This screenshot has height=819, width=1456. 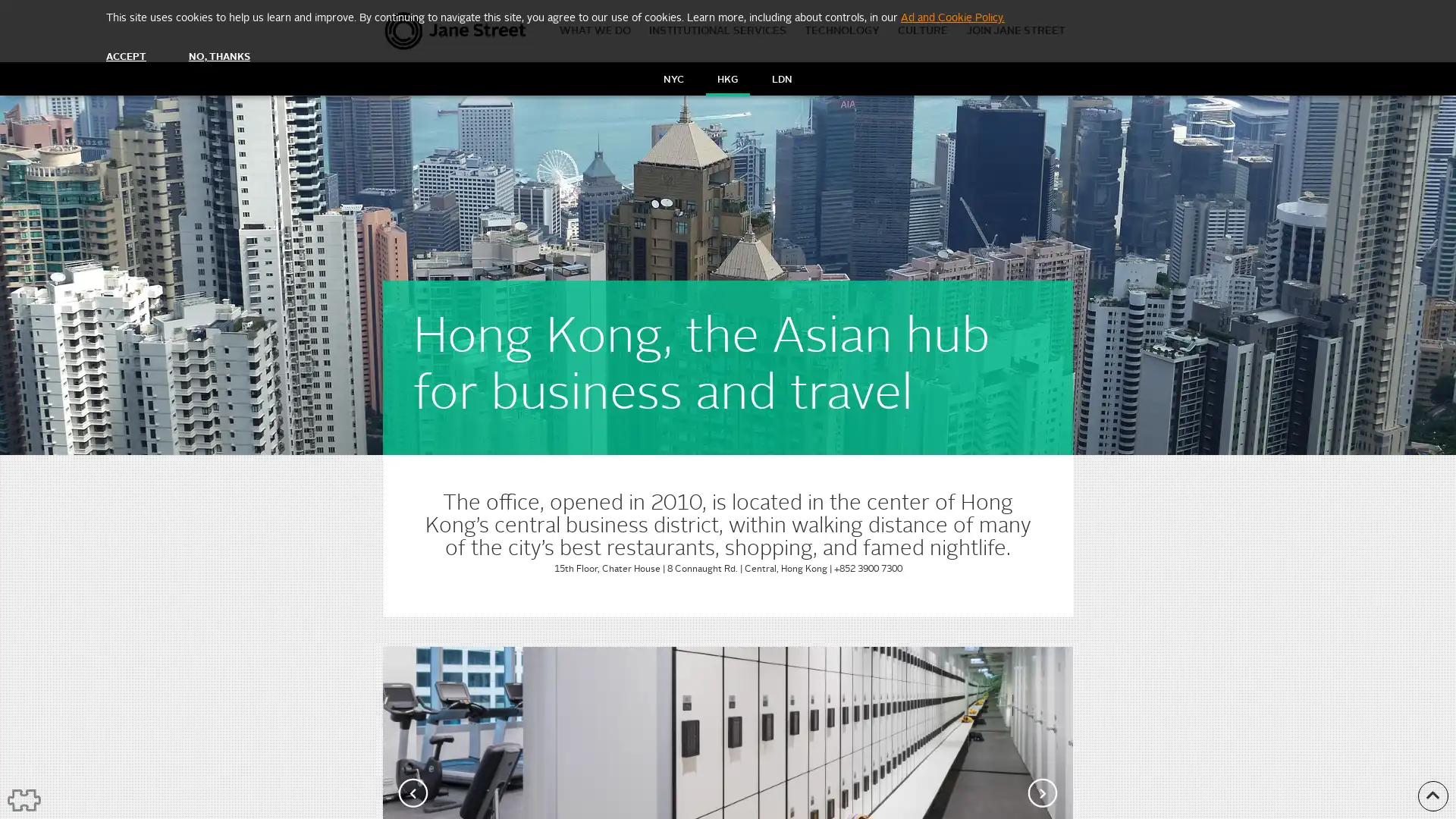 I want to click on deny cookies, so click(x=218, y=56).